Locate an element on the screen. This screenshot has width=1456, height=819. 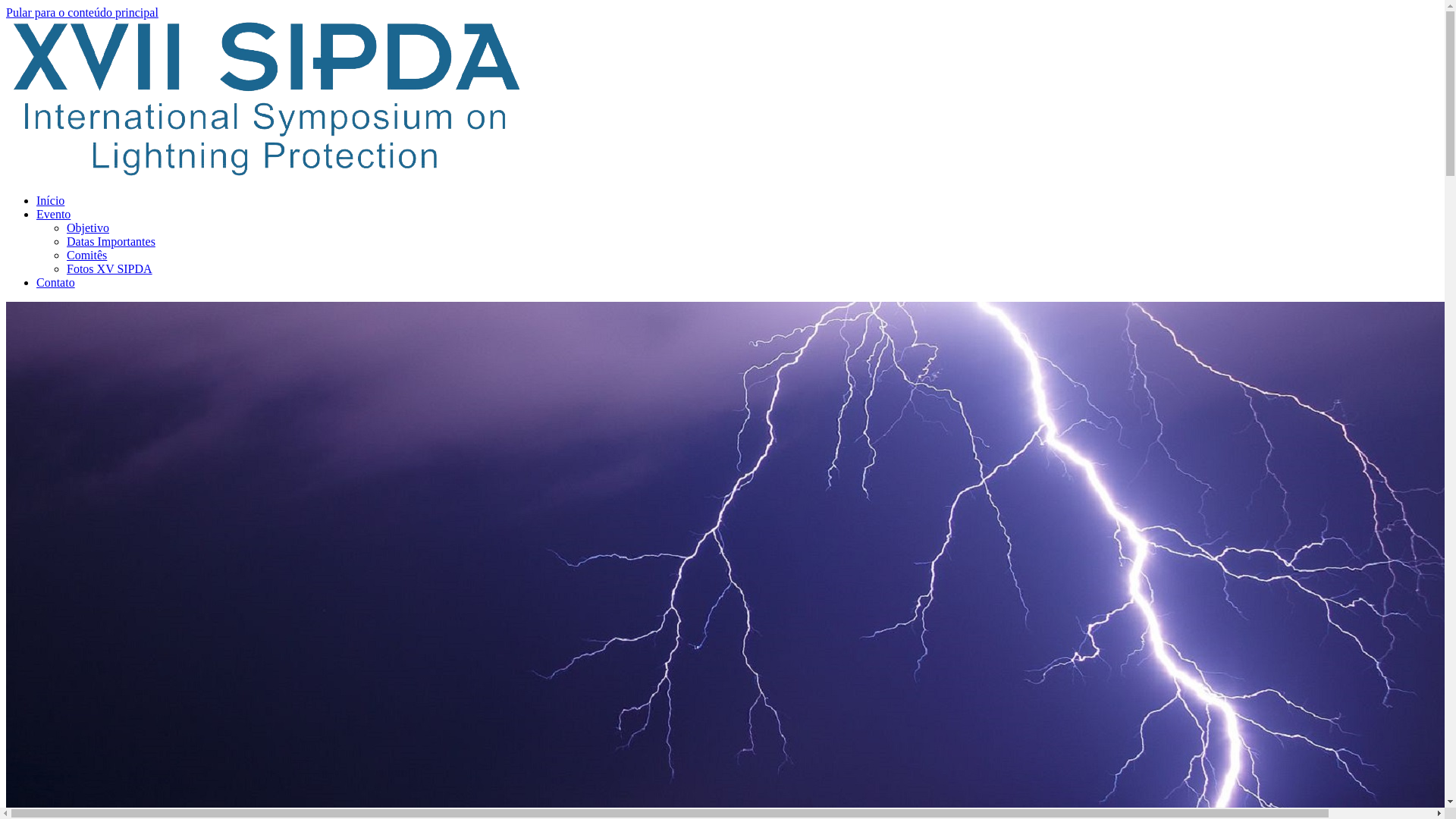
'Datas Importantes' is located at coordinates (110, 240).